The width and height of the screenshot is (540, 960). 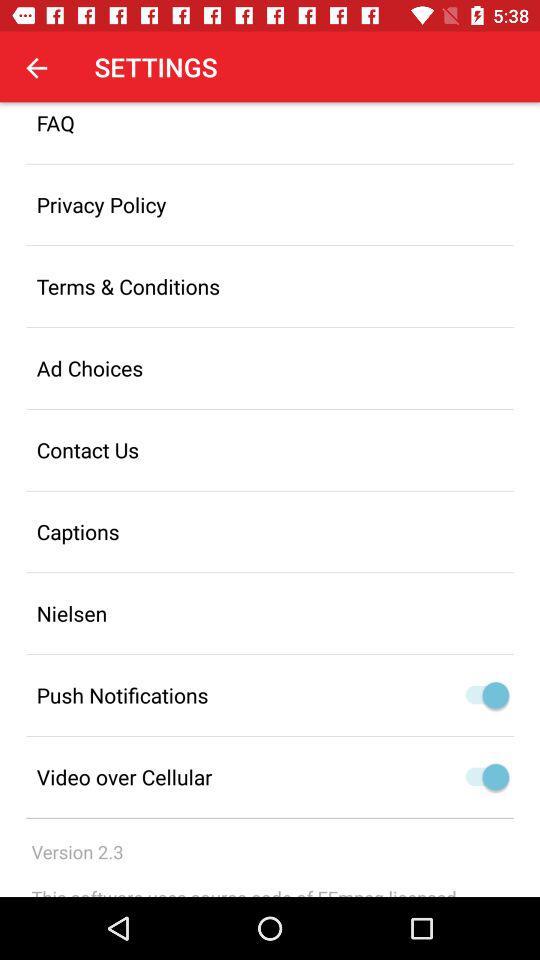 What do you see at coordinates (270, 530) in the screenshot?
I see `icon below contact us` at bounding box center [270, 530].